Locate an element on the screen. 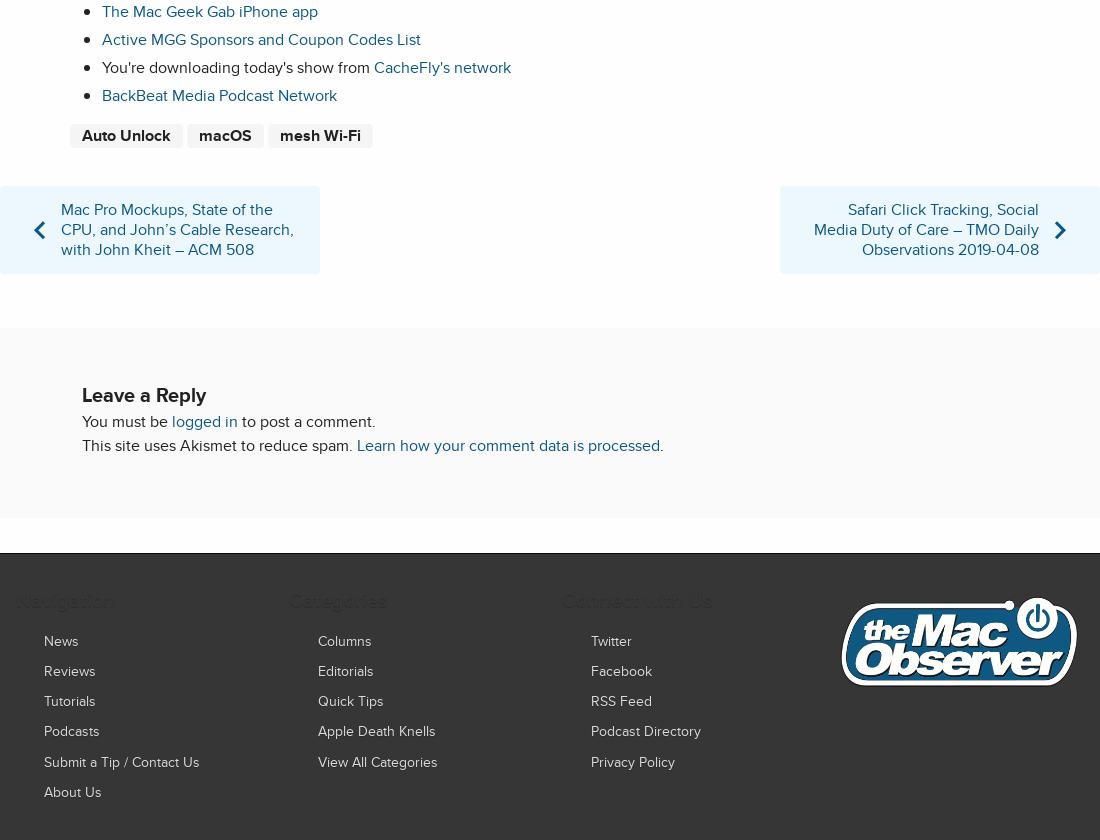  'BackBeat Media Podcast Network' is located at coordinates (219, 95).